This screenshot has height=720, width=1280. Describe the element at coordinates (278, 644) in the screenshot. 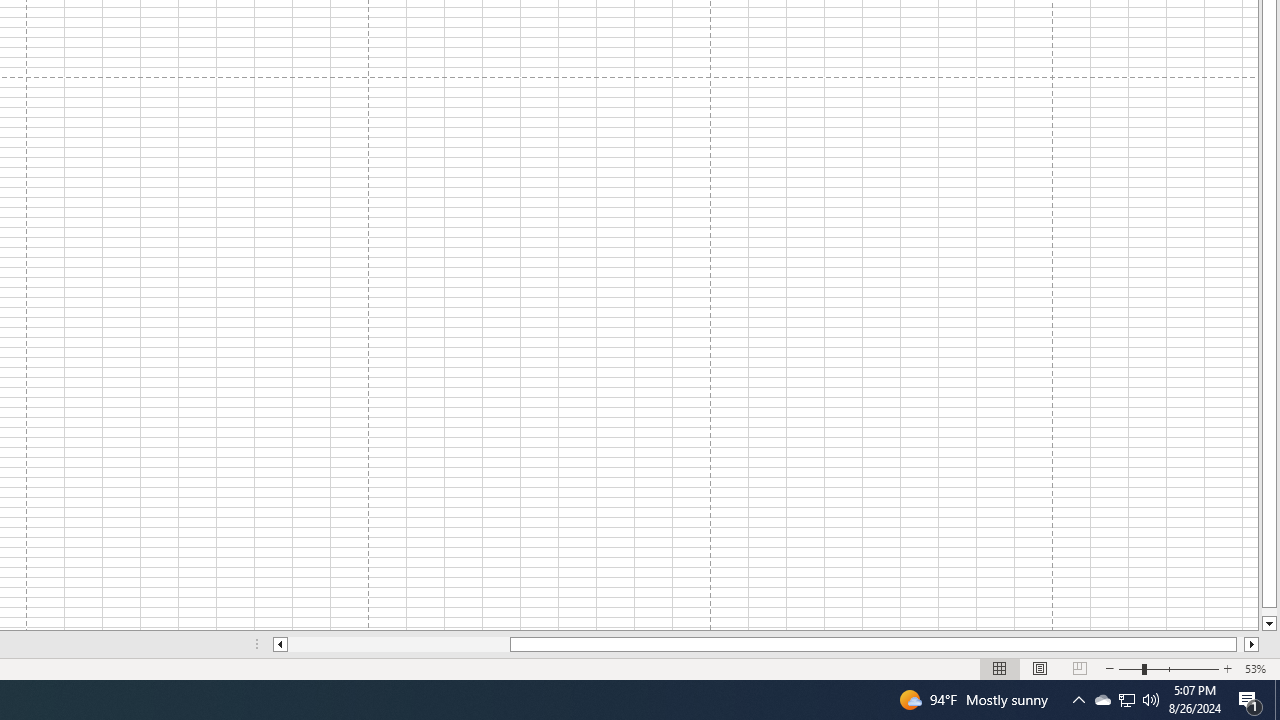

I see `'Column left'` at that location.